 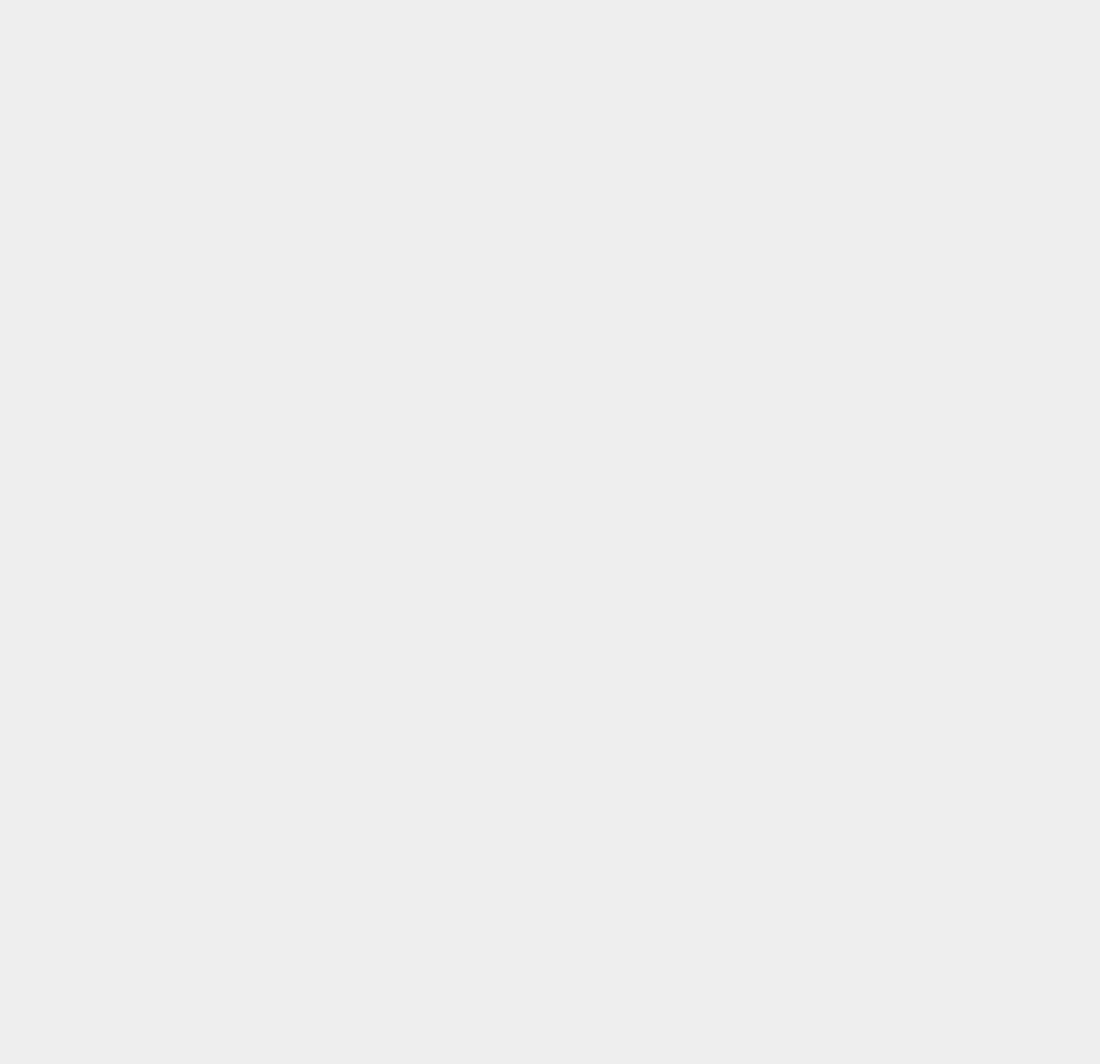 I want to click on 'Wix to Shopify Migration: Transferring Website from Wix to Shopify', so click(x=920, y=537).